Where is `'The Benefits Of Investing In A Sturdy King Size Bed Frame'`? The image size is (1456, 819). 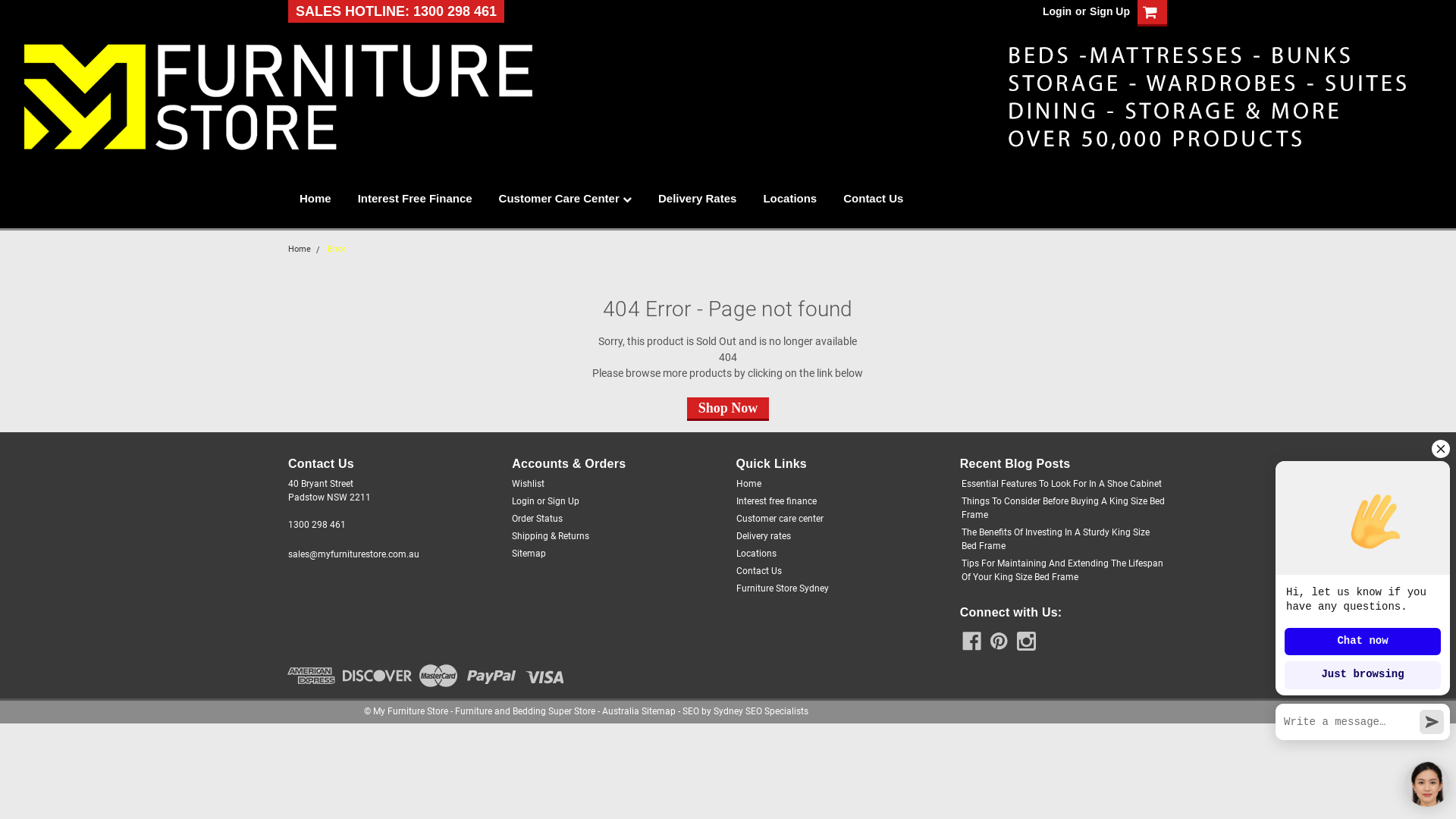 'The Benefits Of Investing In A Sturdy King Size Bed Frame' is located at coordinates (1062, 538).